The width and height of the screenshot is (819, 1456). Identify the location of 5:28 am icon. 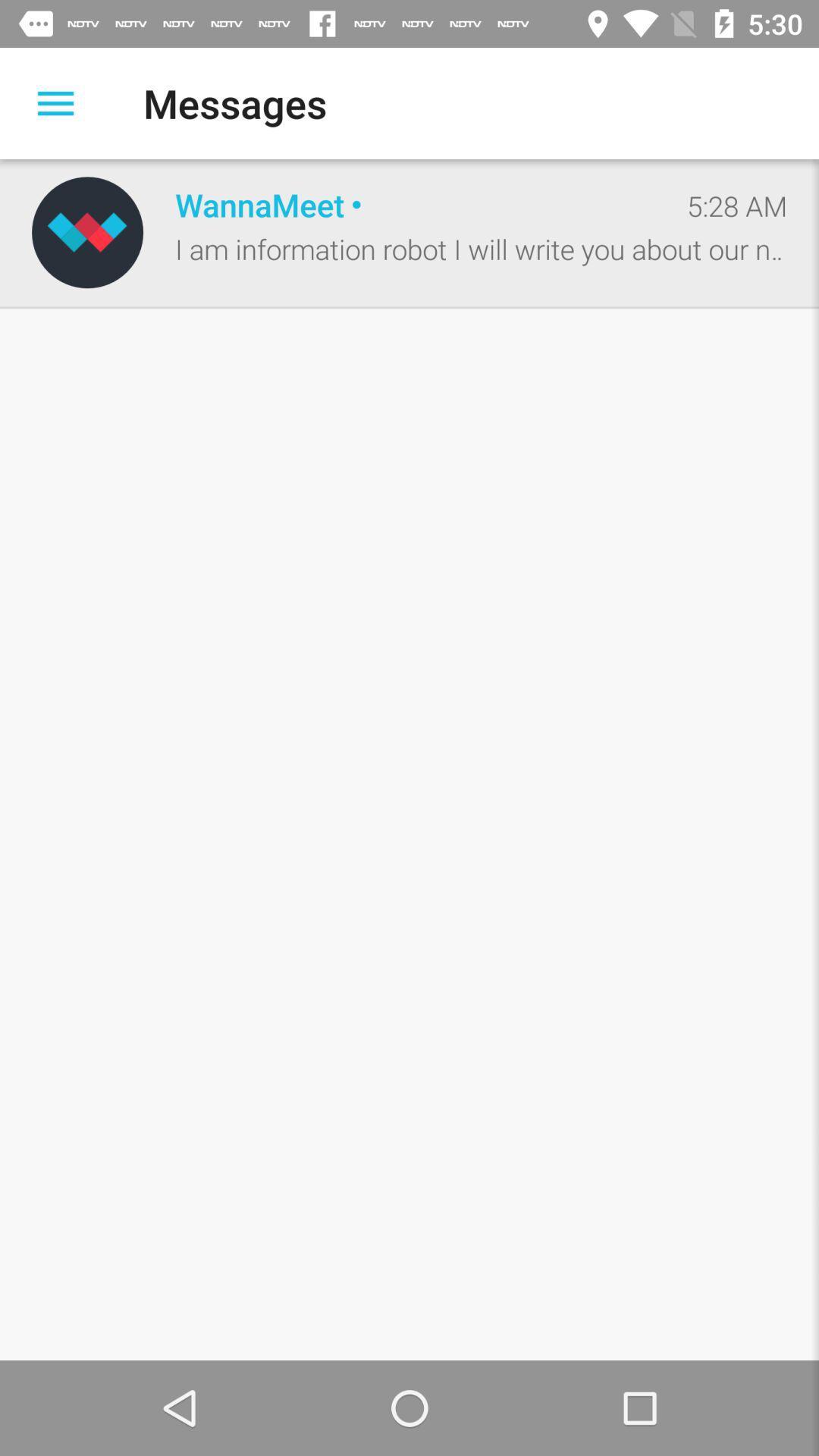
(736, 205).